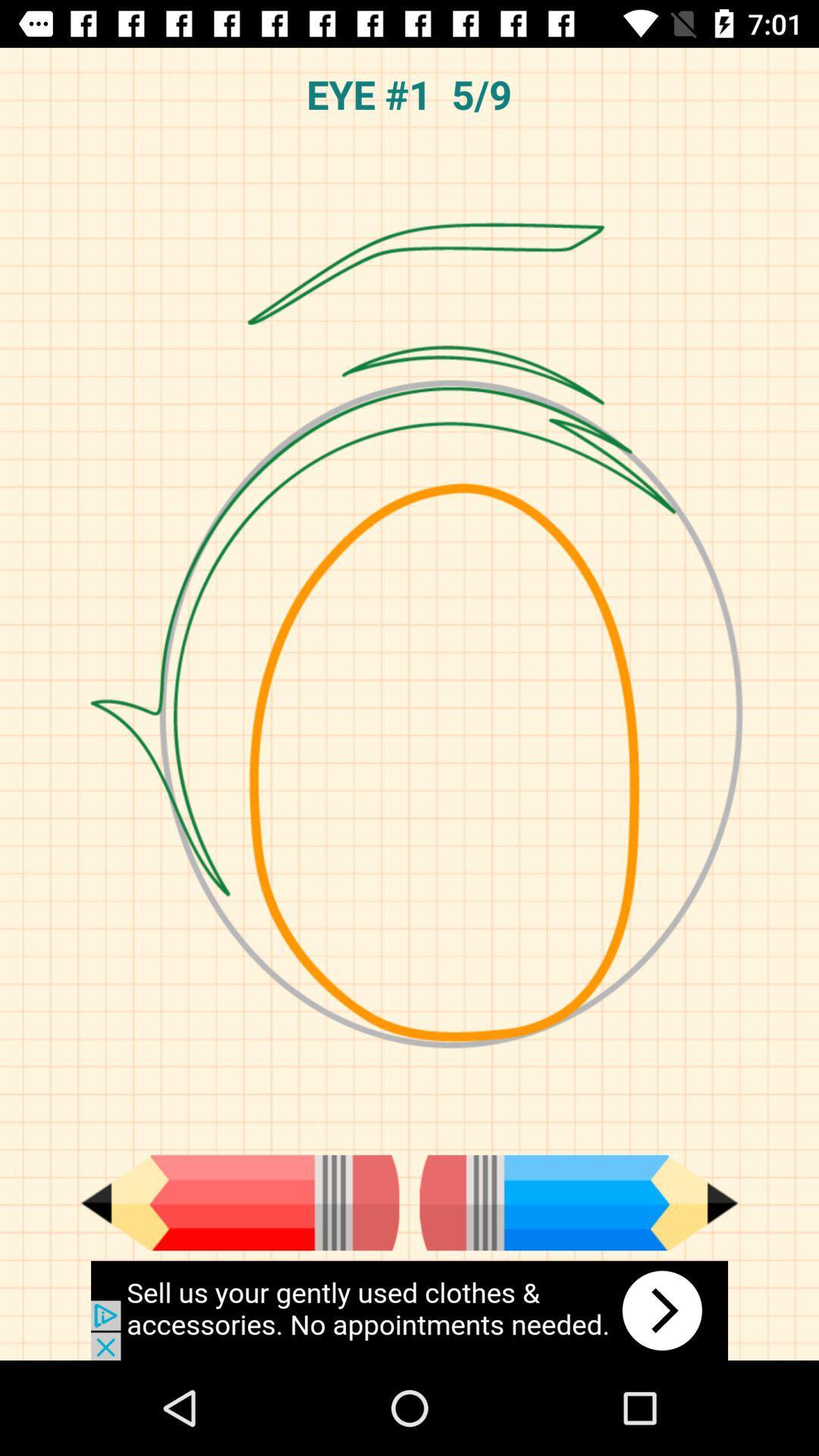 This screenshot has height=1456, width=819. What do you see at coordinates (409, 1310) in the screenshot?
I see `click advertisements` at bounding box center [409, 1310].